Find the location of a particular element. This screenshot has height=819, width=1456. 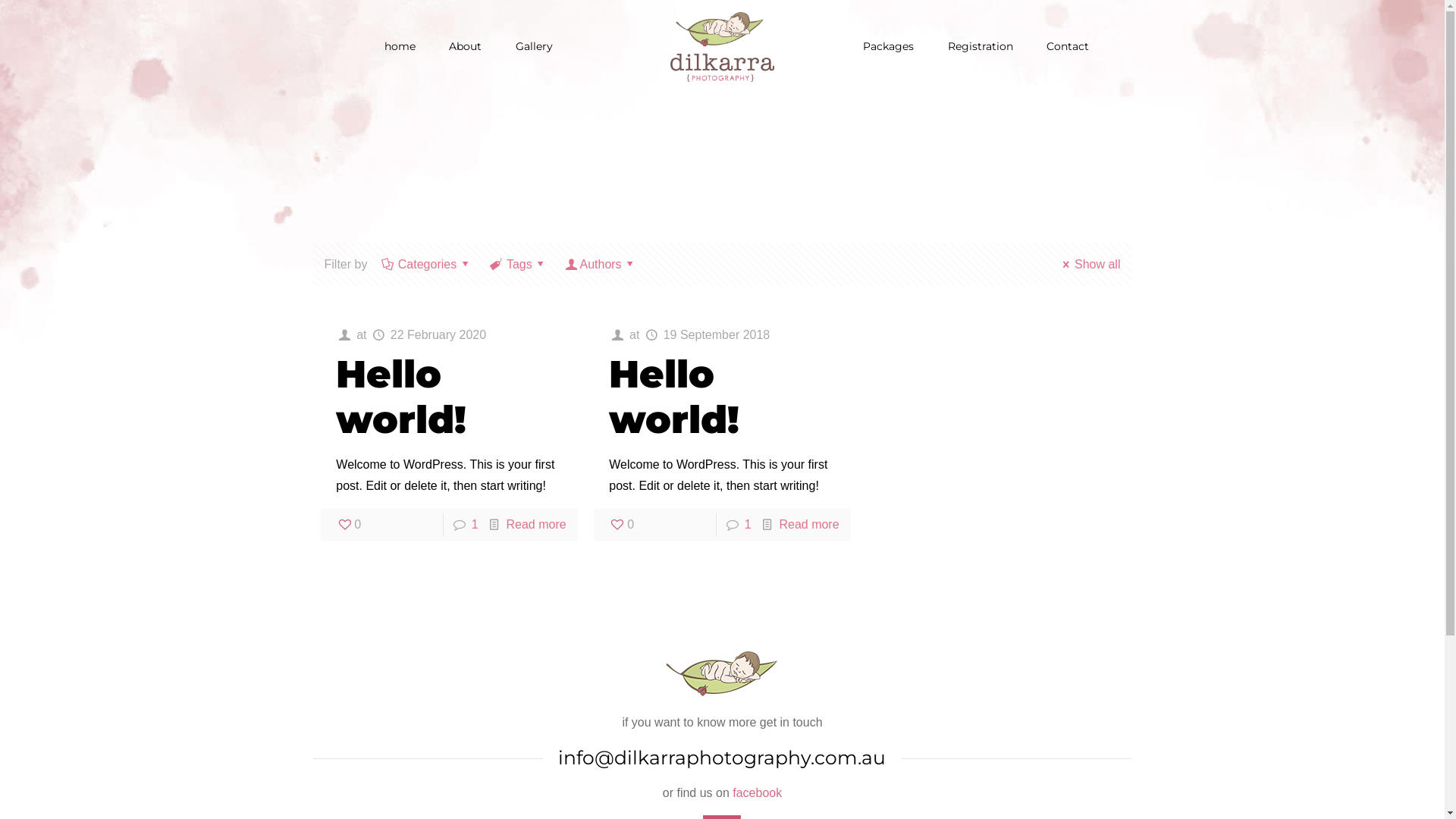

'Packages' is located at coordinates (888, 45).